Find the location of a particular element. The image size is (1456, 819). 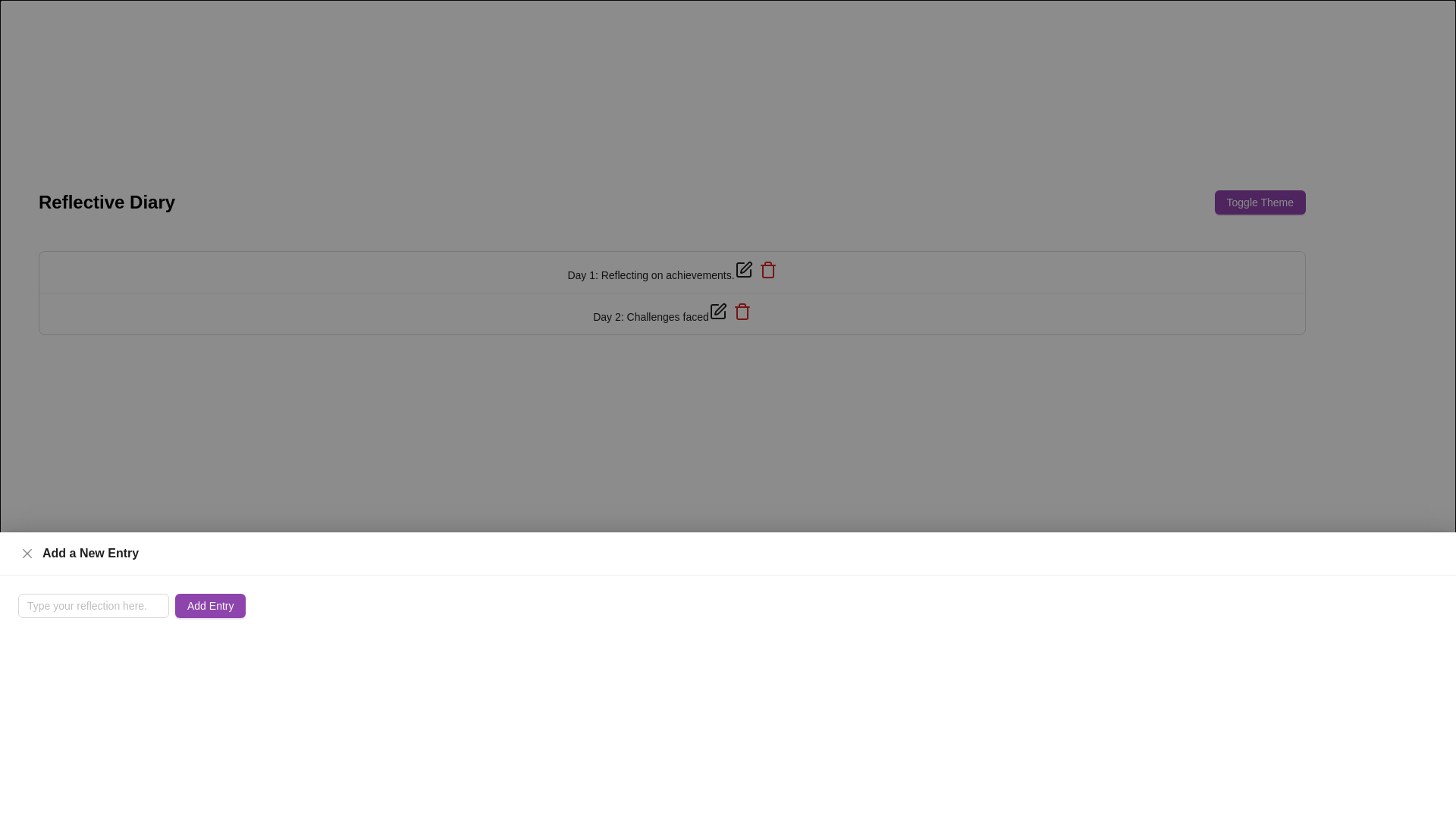

the edit icon in the action group located to the far right of the text 'Day 1: Reflecting on achievements.' to initiate edit mode is located at coordinates (755, 268).